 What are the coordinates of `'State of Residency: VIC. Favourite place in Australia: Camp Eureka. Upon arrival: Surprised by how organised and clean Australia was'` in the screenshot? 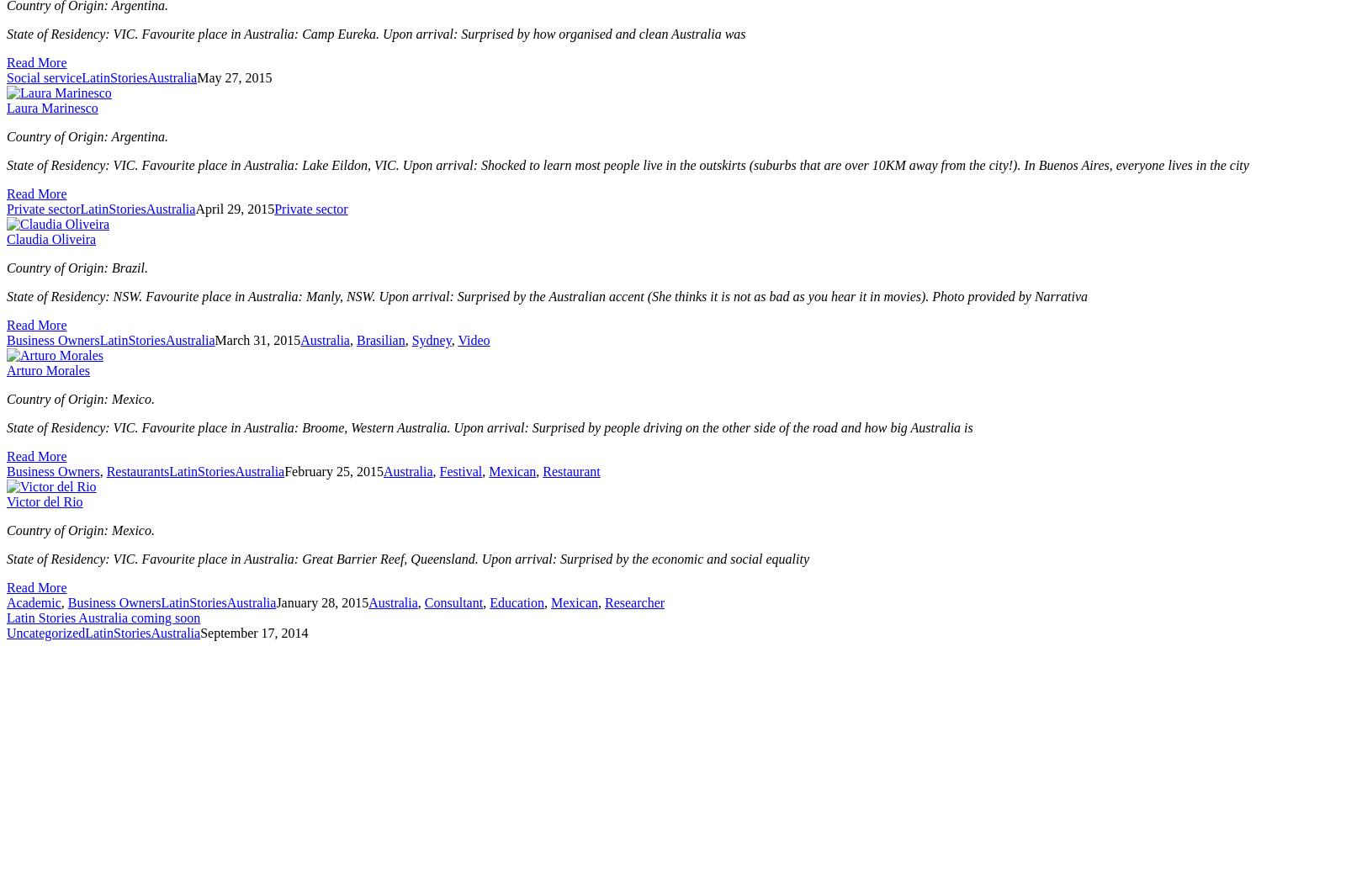 It's located at (375, 33).